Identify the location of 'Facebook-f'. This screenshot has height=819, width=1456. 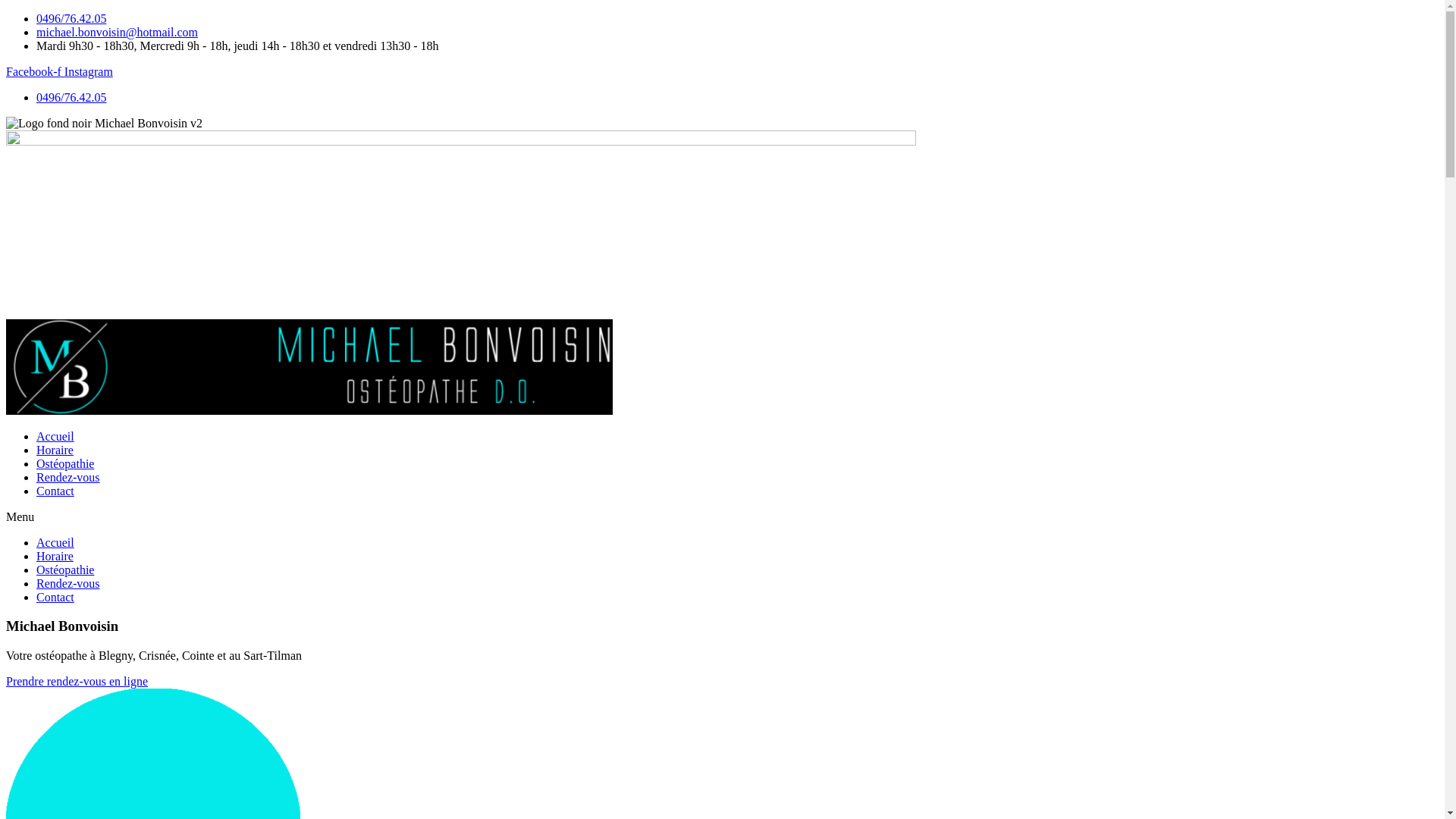
(35, 71).